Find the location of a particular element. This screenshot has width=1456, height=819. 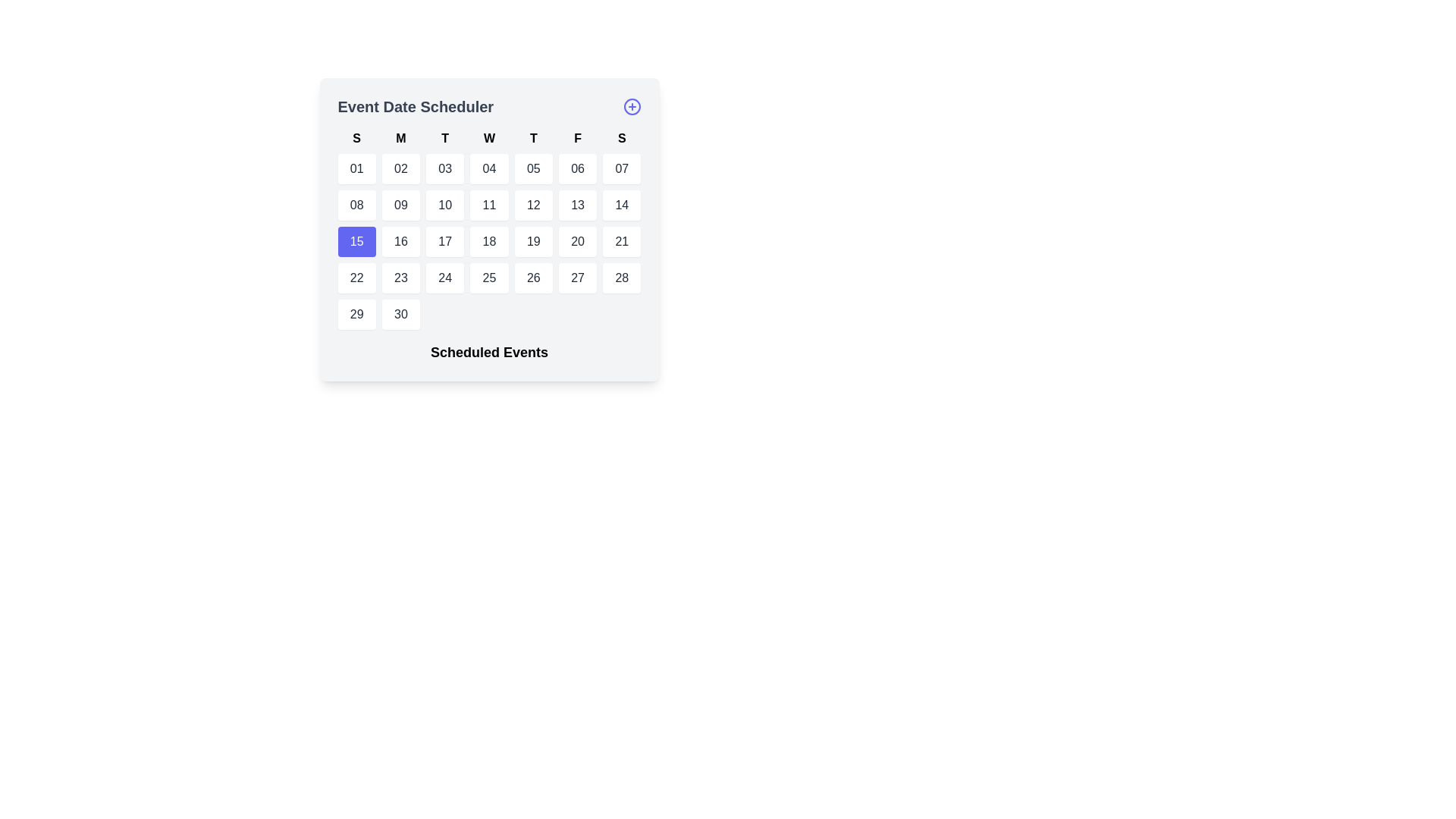

the button displaying '02' in the calendar grid is located at coordinates (400, 169).